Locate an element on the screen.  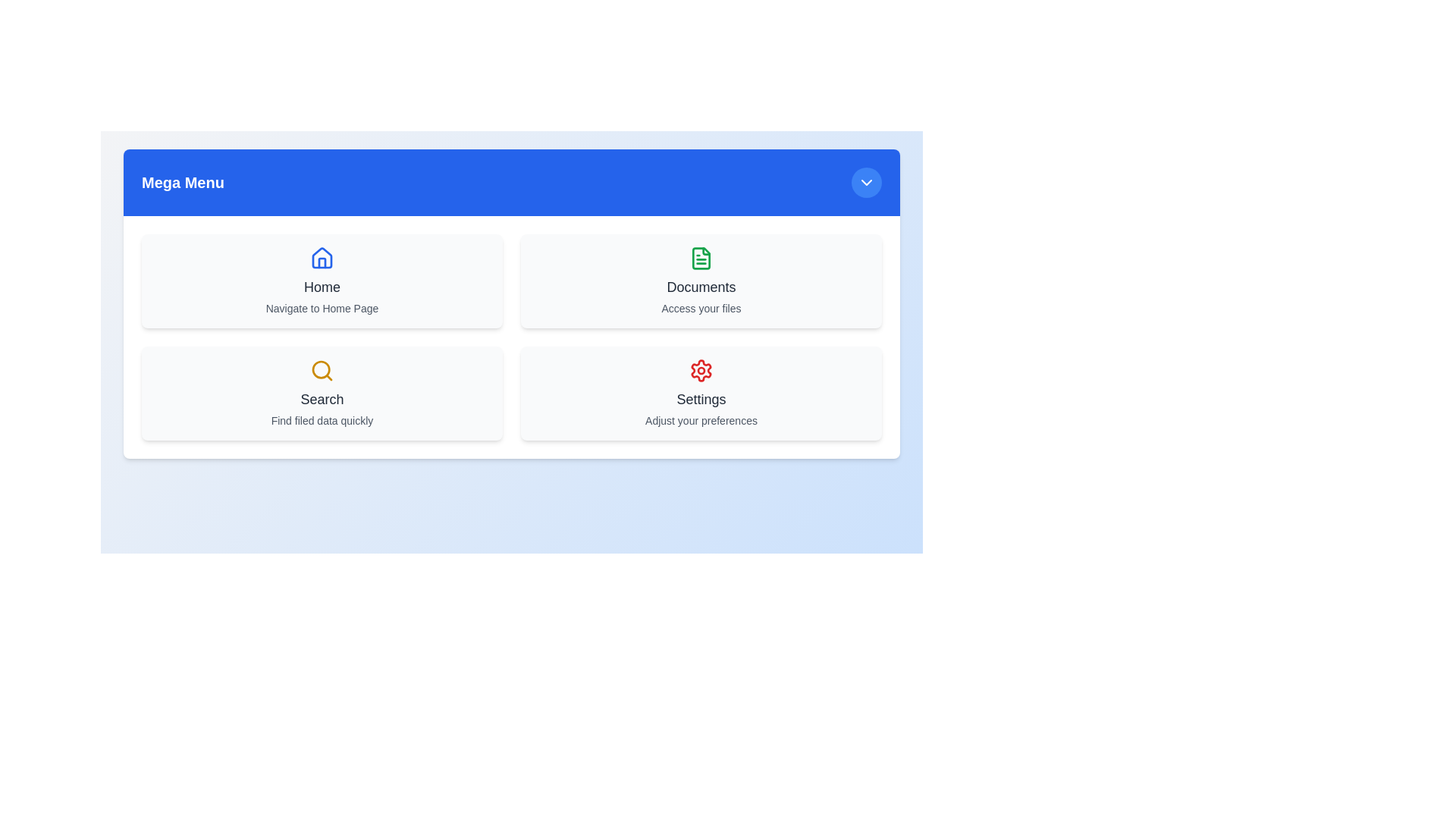
the 'Documents' card to access files is located at coordinates (701, 281).